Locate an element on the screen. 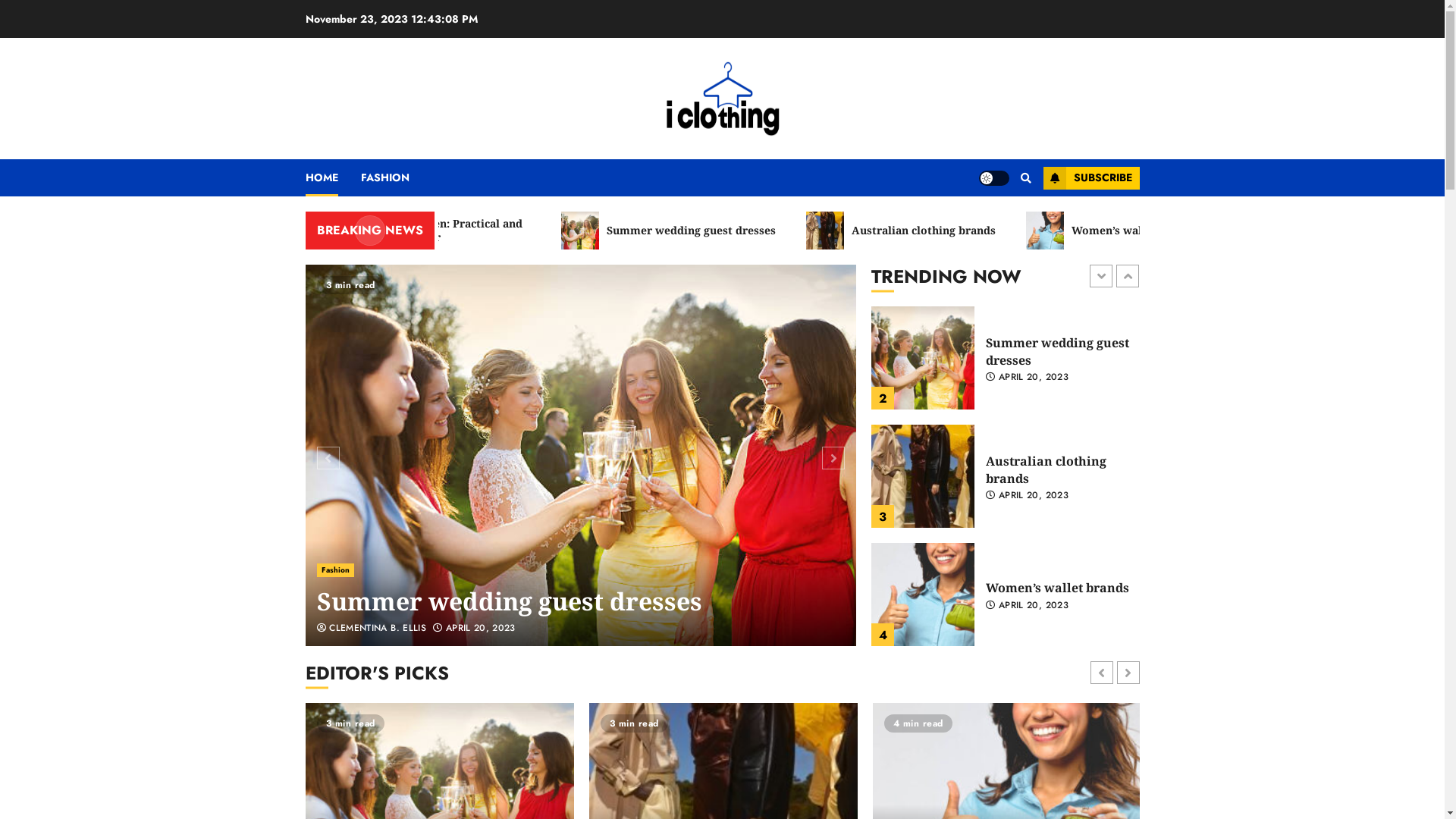 The width and height of the screenshot is (1456, 819). 'Summer wedding guest dresses' is located at coordinates (871, 475).